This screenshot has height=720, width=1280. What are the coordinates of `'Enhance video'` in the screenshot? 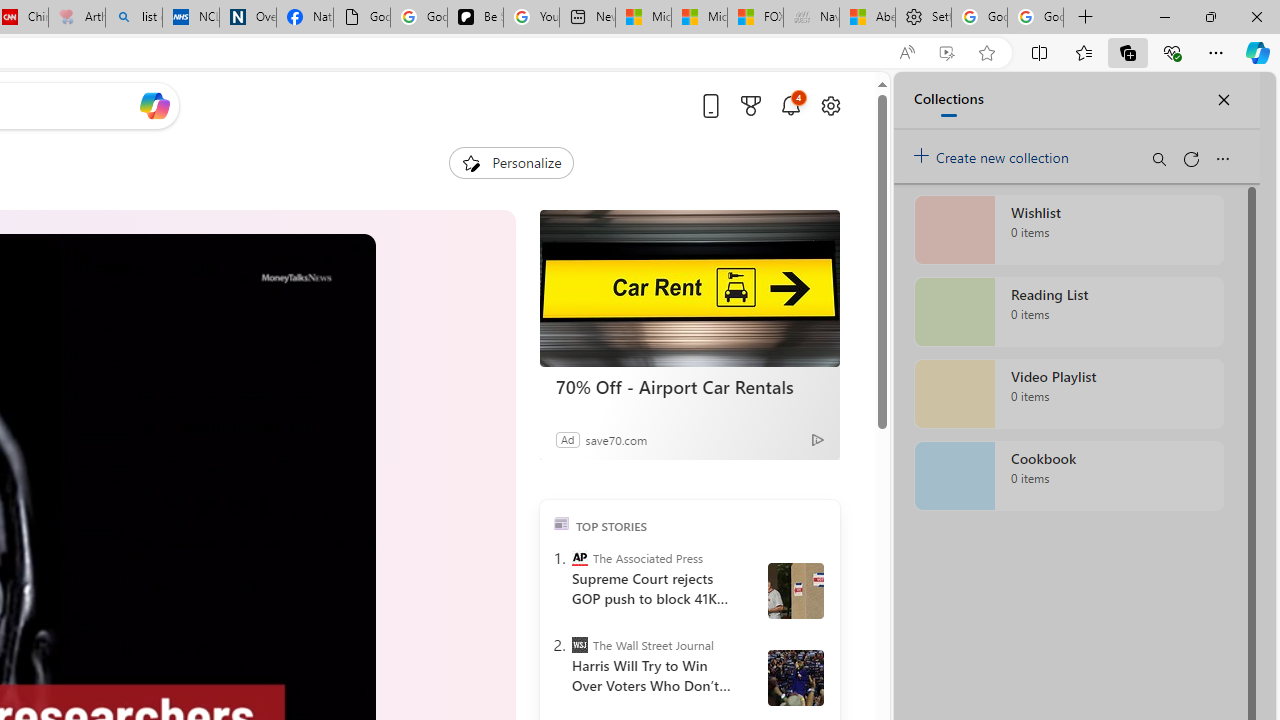 It's located at (945, 52).